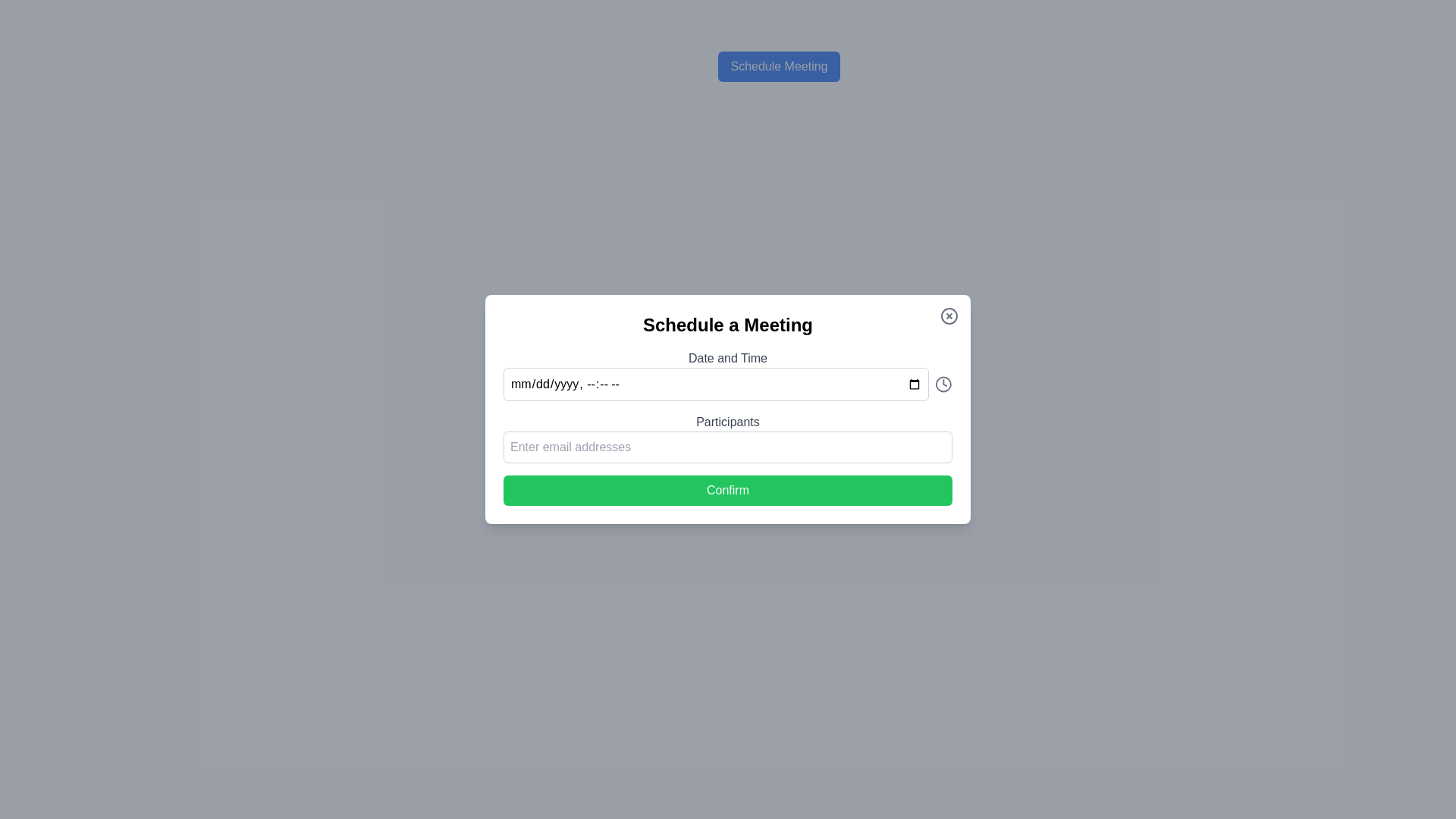  What do you see at coordinates (949, 315) in the screenshot?
I see `the close button located in the top-right corner of the 'Schedule a Meeting' modal window` at bounding box center [949, 315].